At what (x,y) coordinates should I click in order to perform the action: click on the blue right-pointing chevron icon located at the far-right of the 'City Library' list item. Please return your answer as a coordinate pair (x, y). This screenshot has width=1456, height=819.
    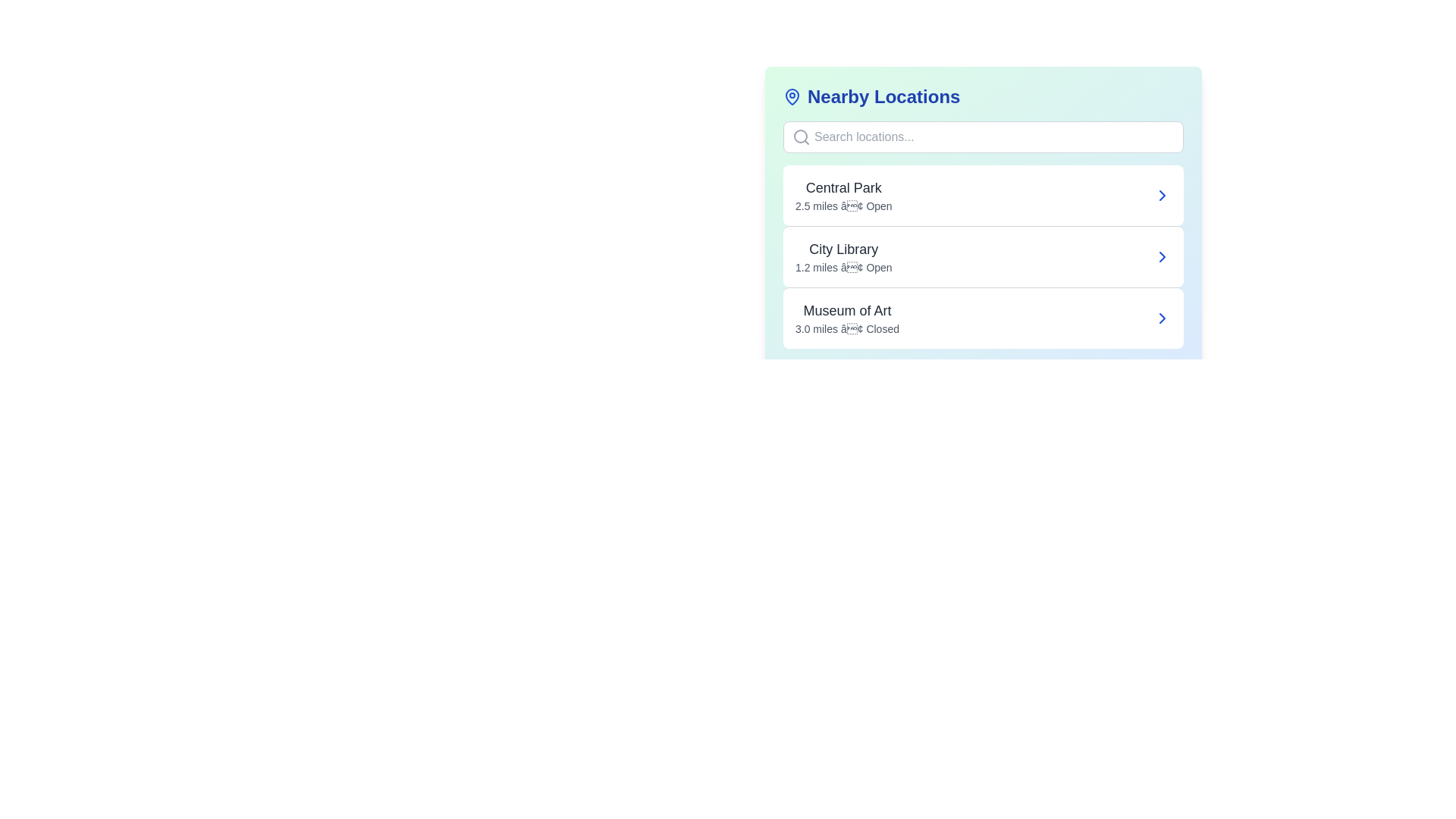
    Looking at the image, I should click on (1161, 256).